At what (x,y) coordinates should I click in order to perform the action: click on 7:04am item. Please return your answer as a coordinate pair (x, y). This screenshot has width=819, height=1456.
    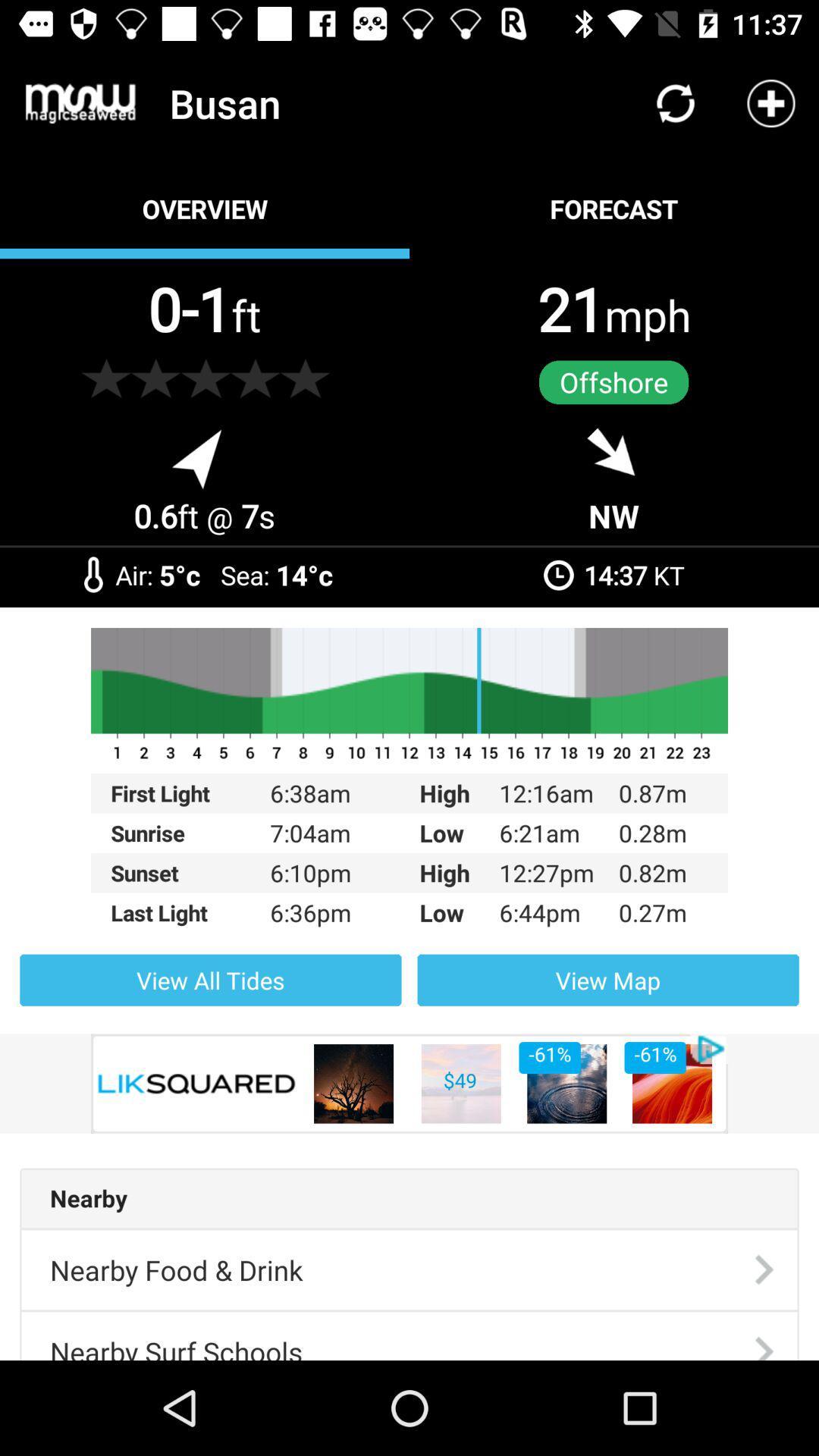
    Looking at the image, I should click on (324, 832).